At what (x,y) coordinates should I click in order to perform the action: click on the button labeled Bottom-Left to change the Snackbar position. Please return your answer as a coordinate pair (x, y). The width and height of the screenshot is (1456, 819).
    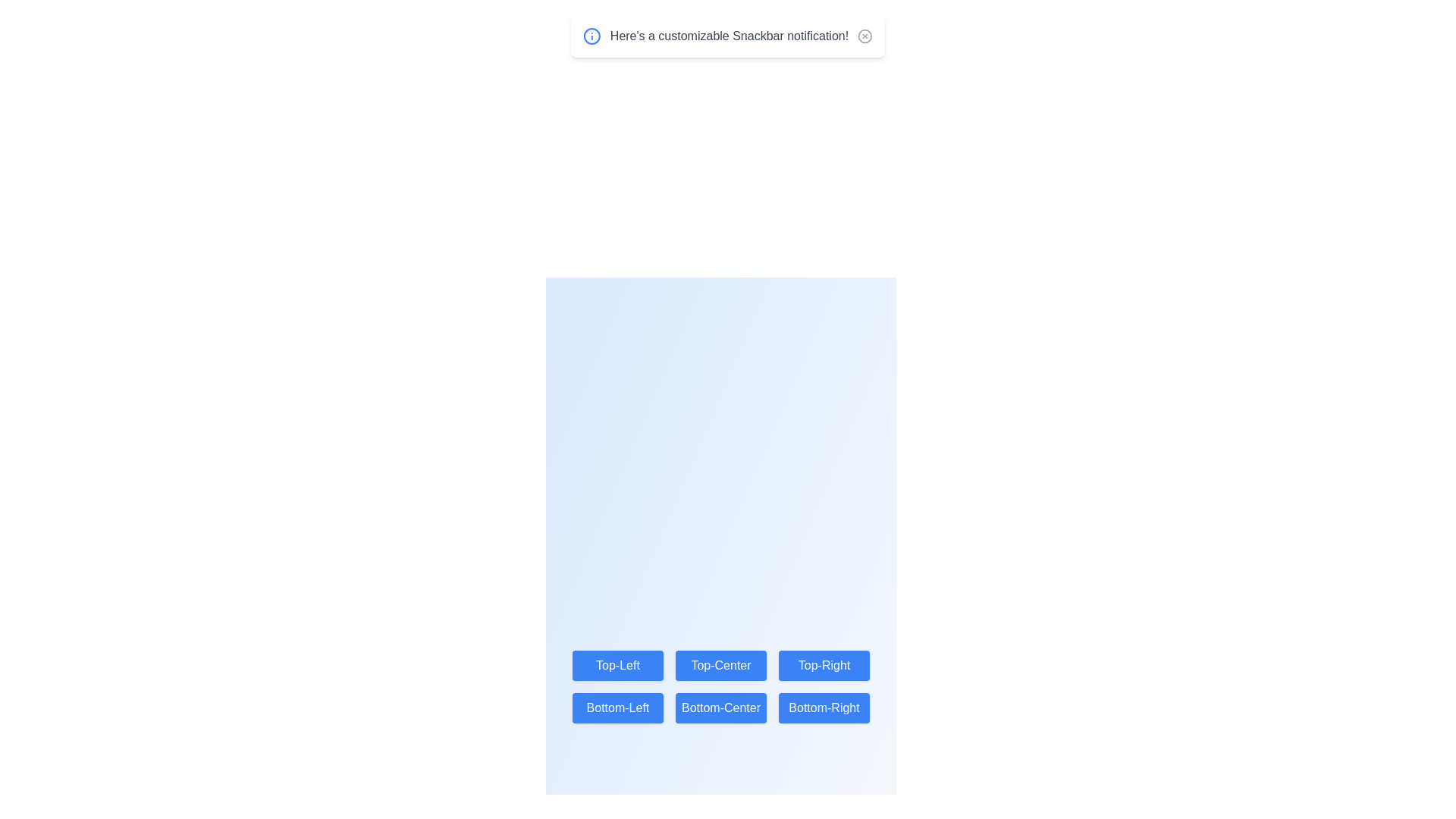
    Looking at the image, I should click on (618, 708).